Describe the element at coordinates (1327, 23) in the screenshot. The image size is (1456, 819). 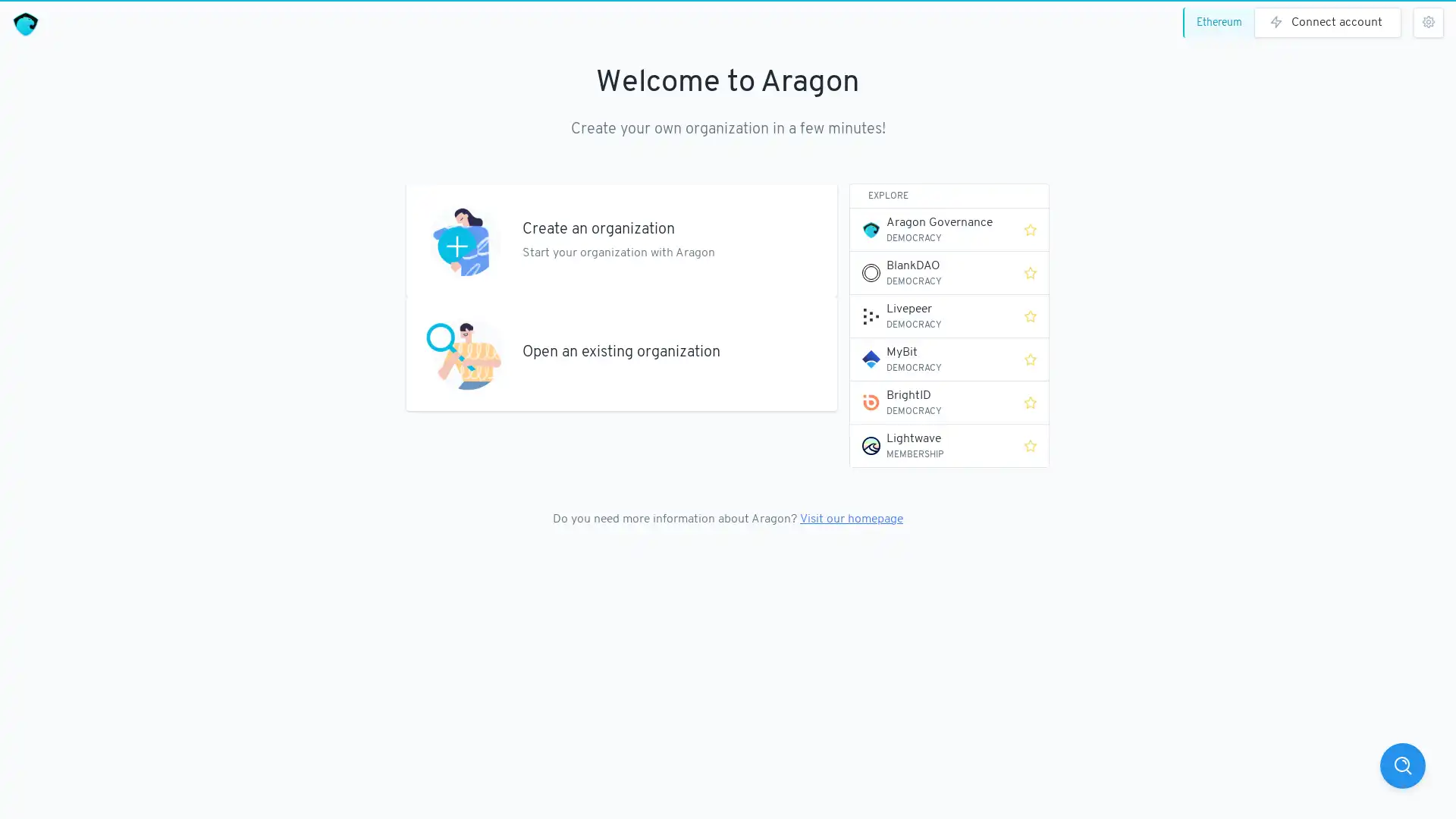
I see `Connect account` at that location.